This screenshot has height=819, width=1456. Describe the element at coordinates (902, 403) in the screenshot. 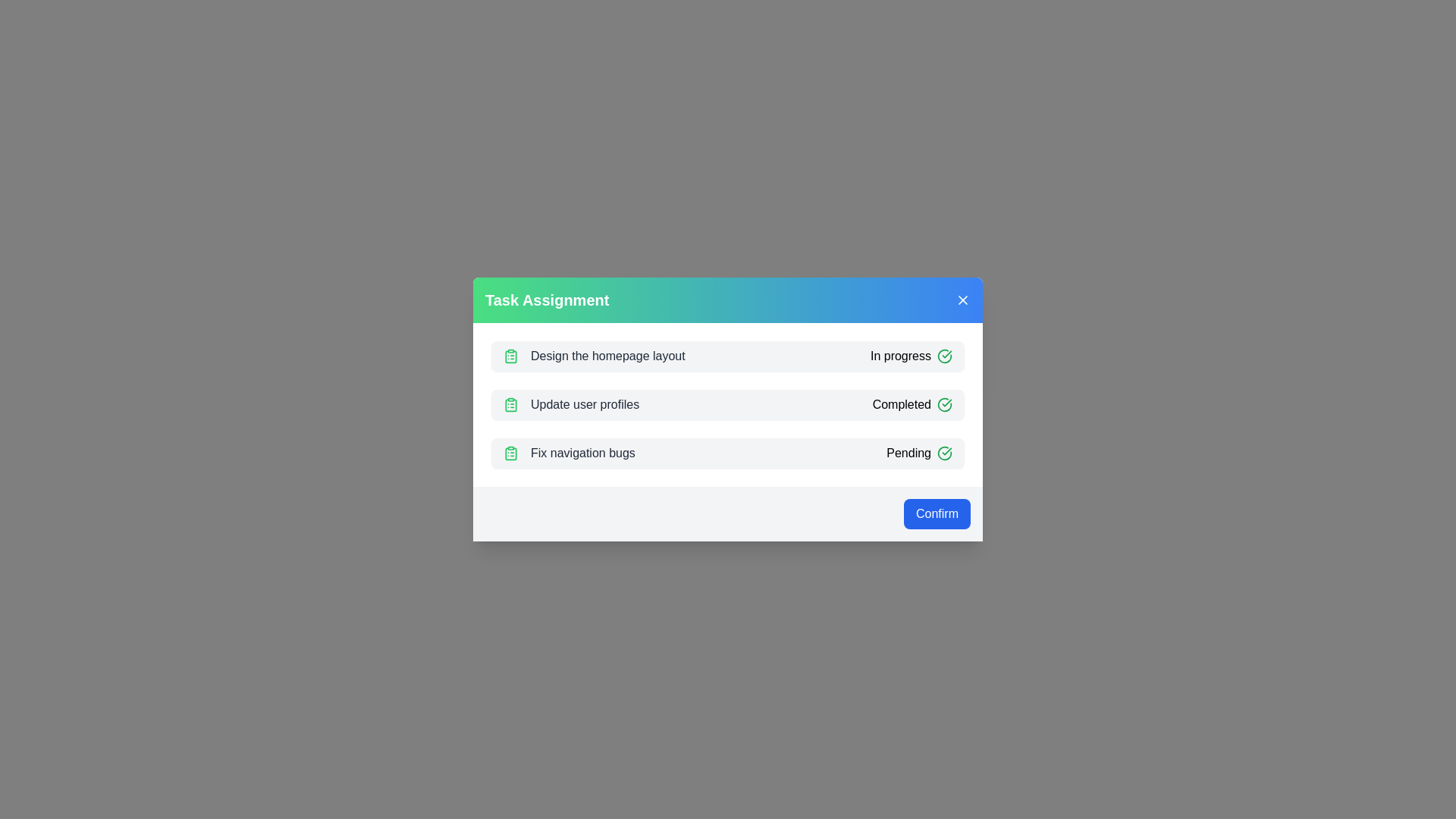

I see `the 'Completed' text label in the status column of the 'Task Assignment' modal, which indicates that the task 'Update user profiles' is finalized` at that location.